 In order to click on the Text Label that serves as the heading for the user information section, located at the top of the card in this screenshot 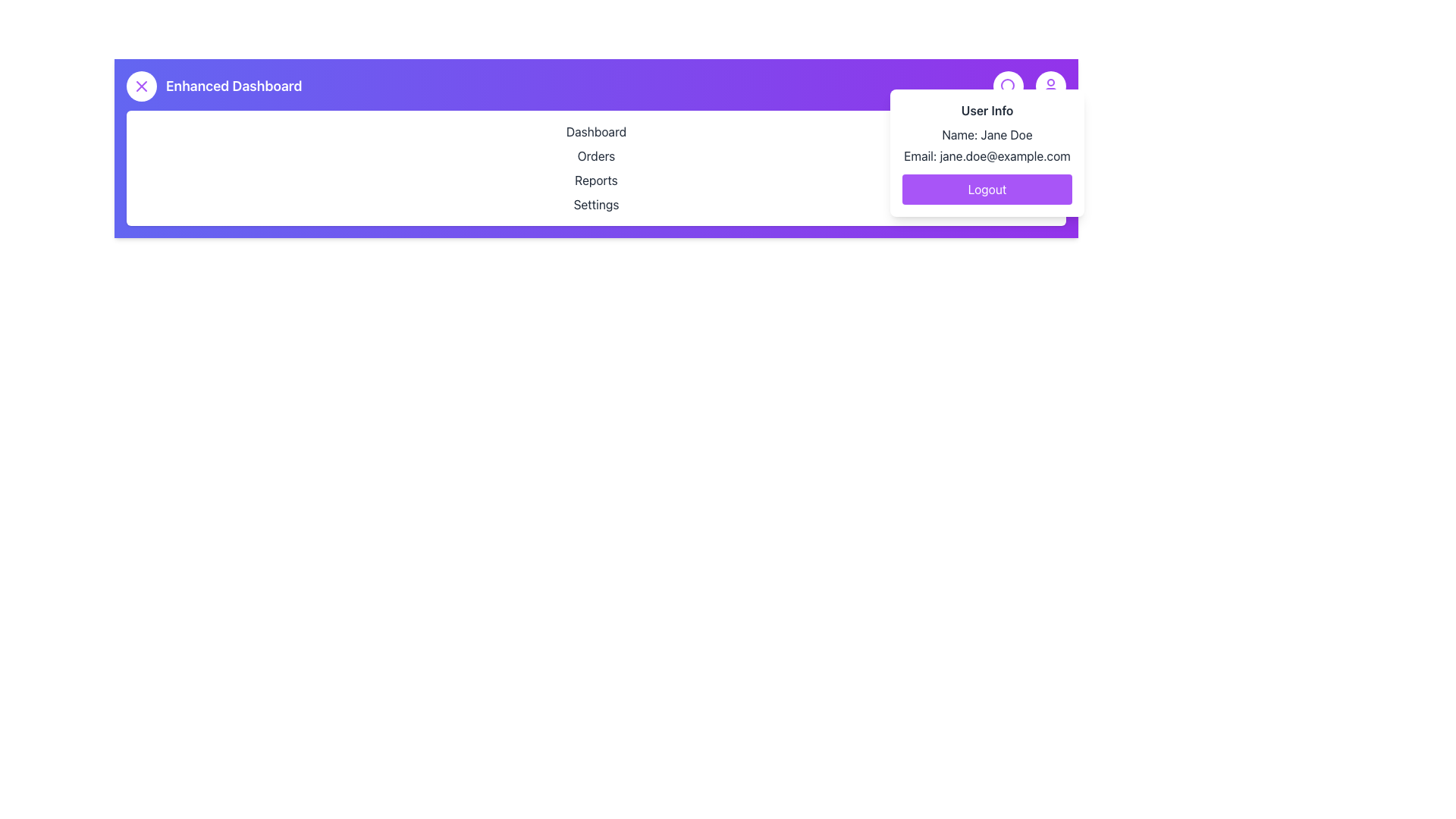, I will do `click(987, 110)`.